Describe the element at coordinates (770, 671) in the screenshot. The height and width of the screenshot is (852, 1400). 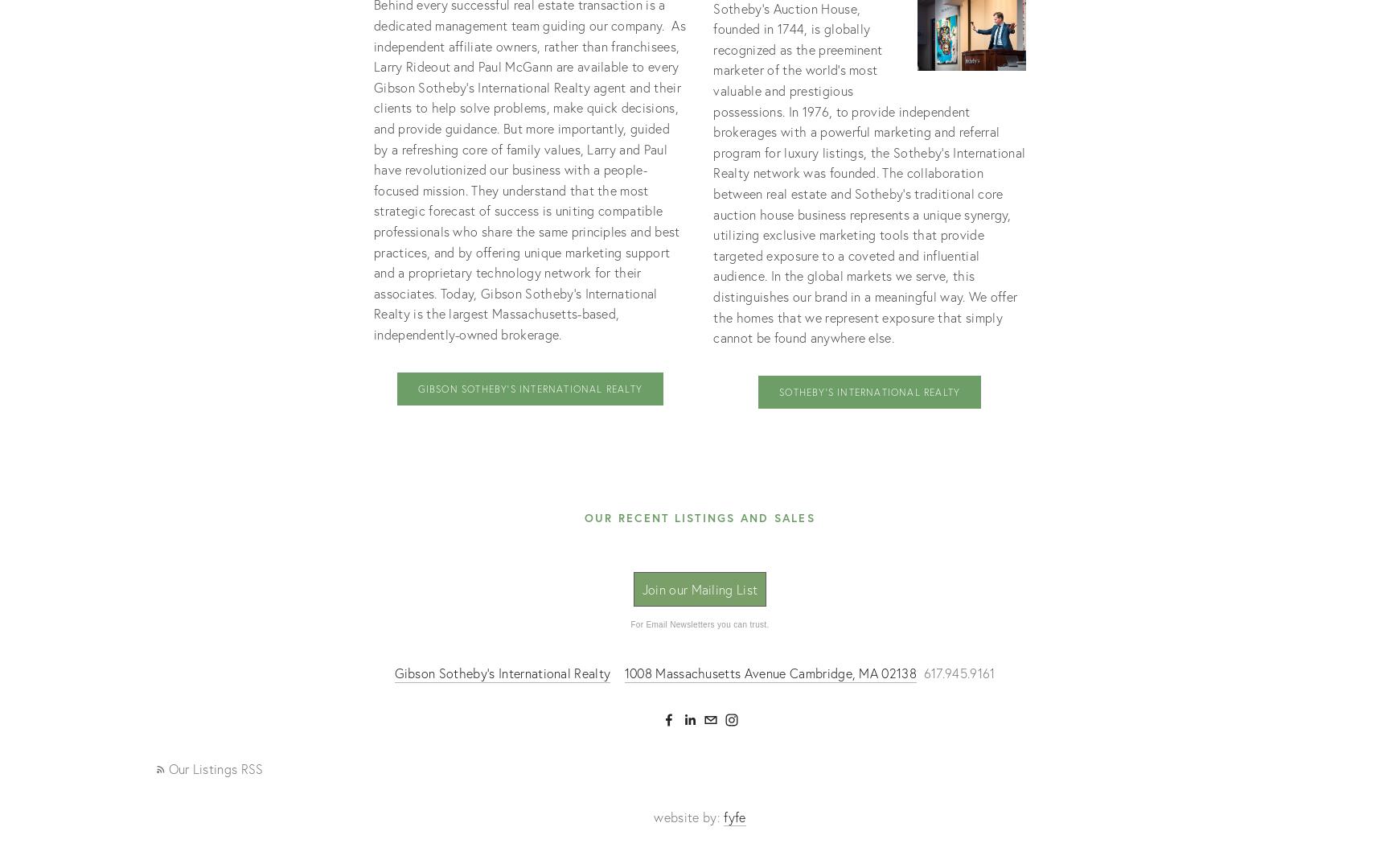
I see `'1008 Massachusetts Avenue Cambridge, MA 02138'` at that location.